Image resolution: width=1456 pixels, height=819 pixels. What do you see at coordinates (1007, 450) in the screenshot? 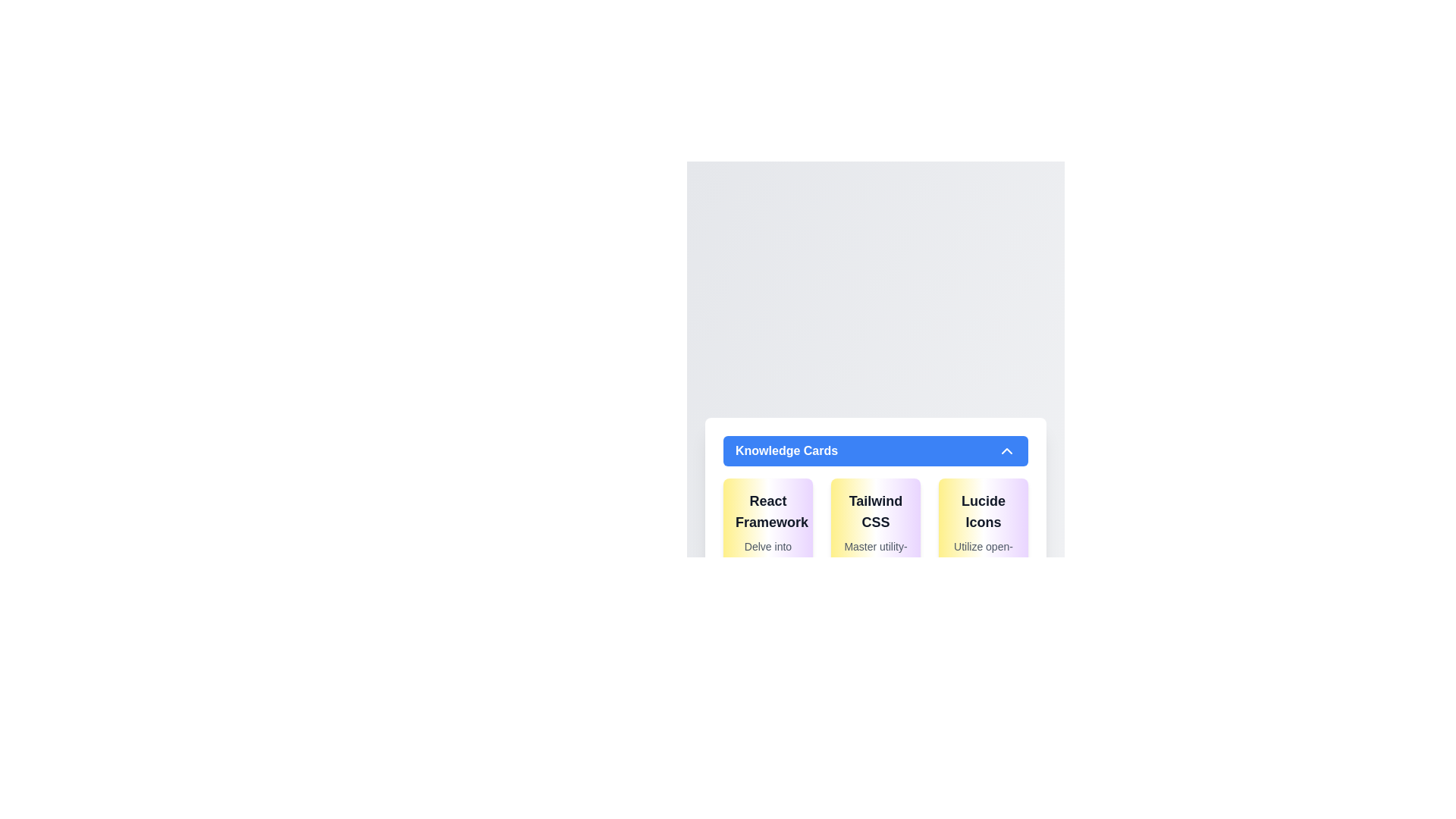
I see `the chevron-up icon located on the right-hand side of the blue header banner labeled 'Knowledge Cards'` at bounding box center [1007, 450].